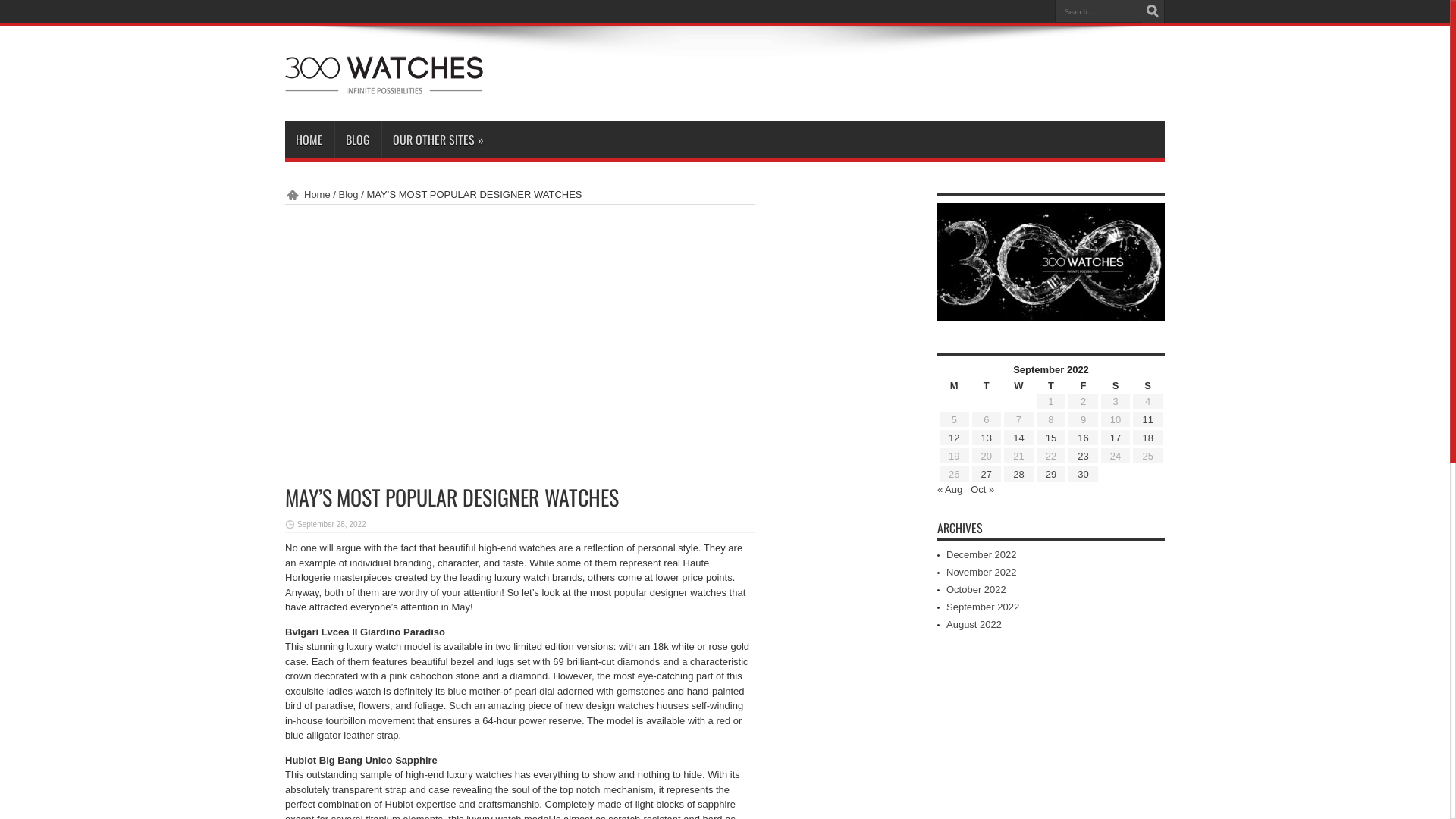  Describe the element at coordinates (1044, 438) in the screenshot. I see `'15'` at that location.